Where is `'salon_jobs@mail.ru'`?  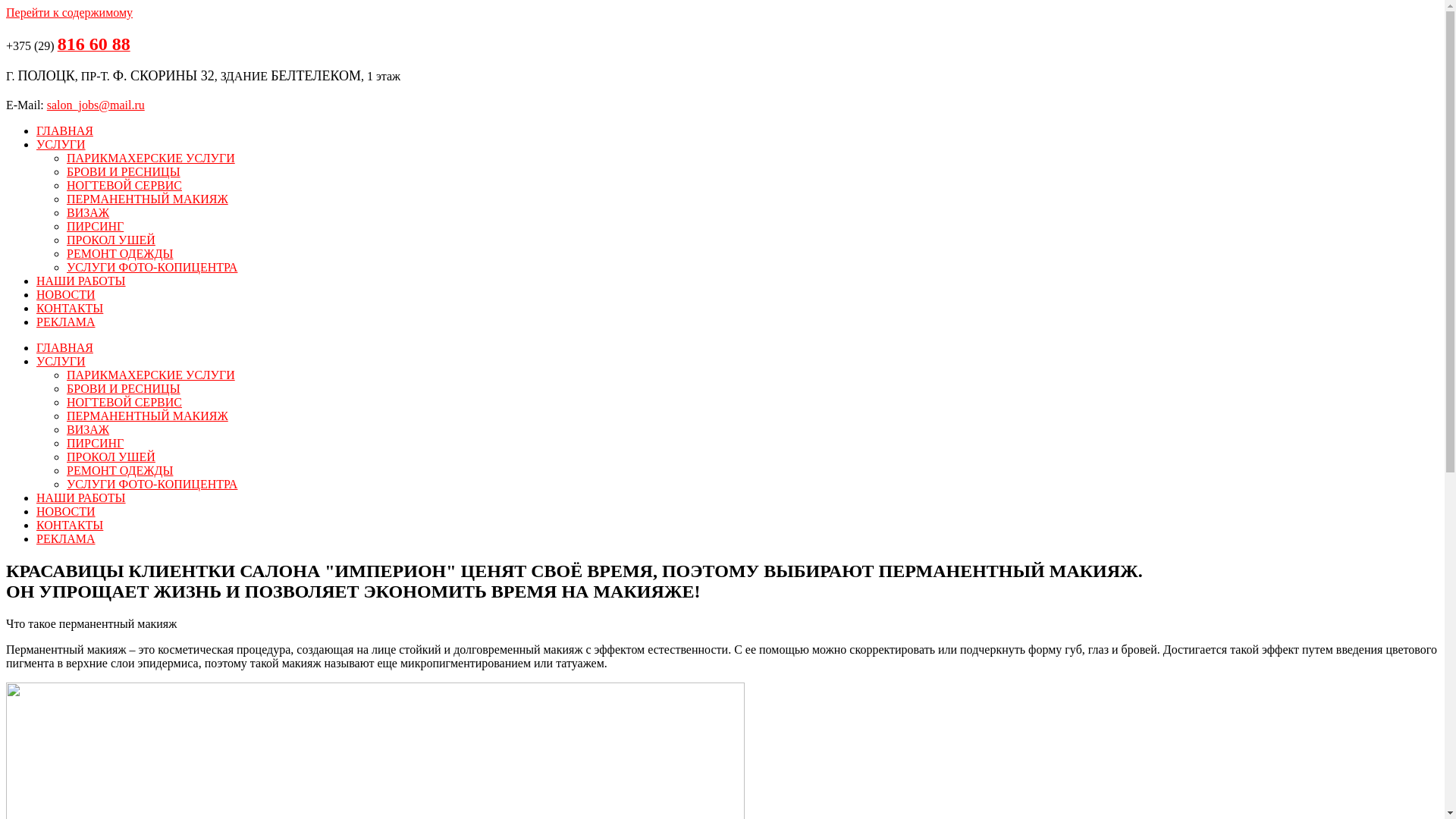
'salon_jobs@mail.ru' is located at coordinates (47, 104).